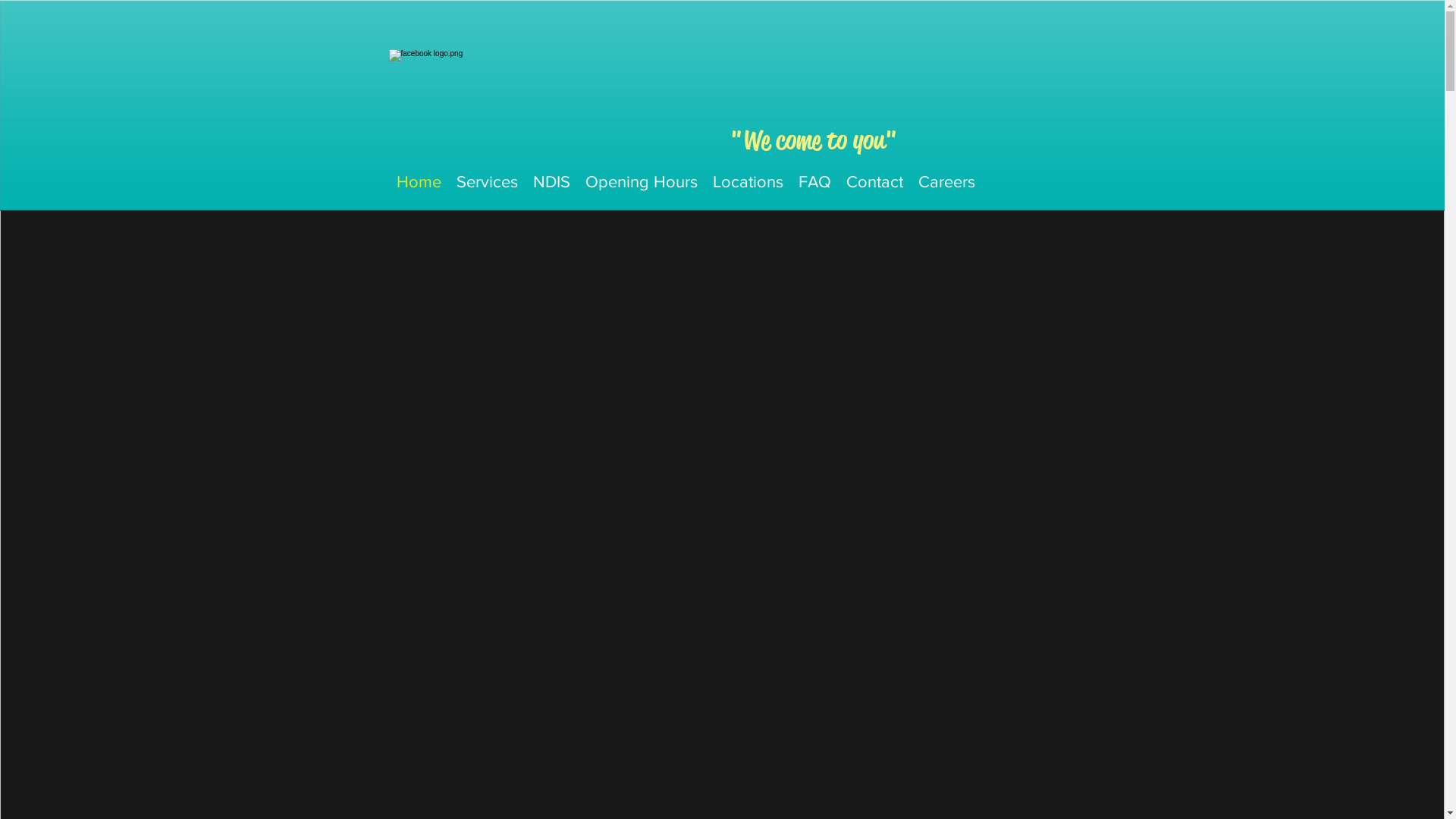 Image resolution: width=1456 pixels, height=819 pixels. What do you see at coordinates (748, 180) in the screenshot?
I see `'Locations'` at bounding box center [748, 180].